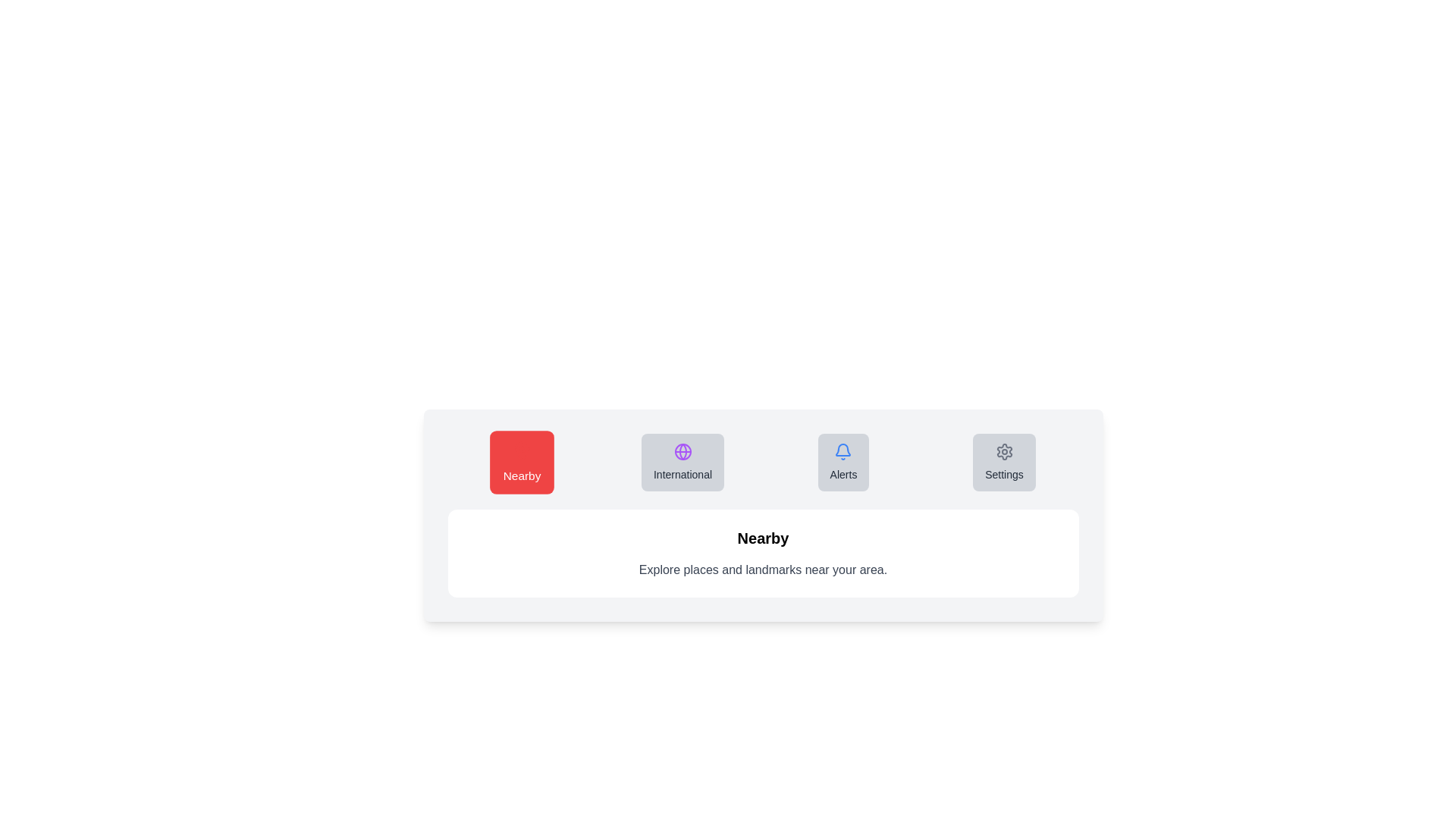  Describe the element at coordinates (1004, 461) in the screenshot. I see `the tab labeled Settings to observe its hover effect` at that location.